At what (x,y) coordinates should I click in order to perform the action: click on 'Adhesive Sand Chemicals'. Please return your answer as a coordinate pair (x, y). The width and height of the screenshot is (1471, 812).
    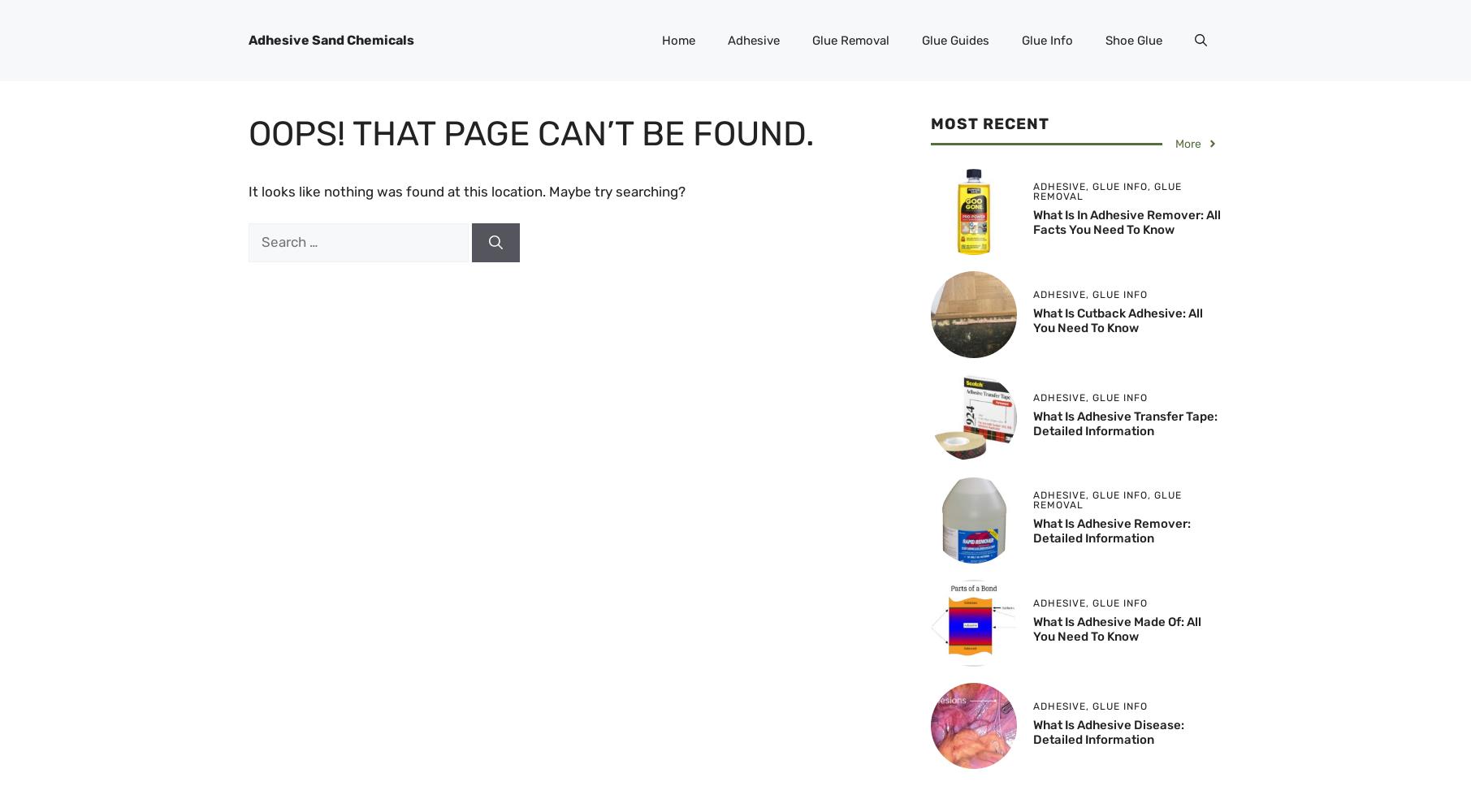
    Looking at the image, I should click on (246, 40).